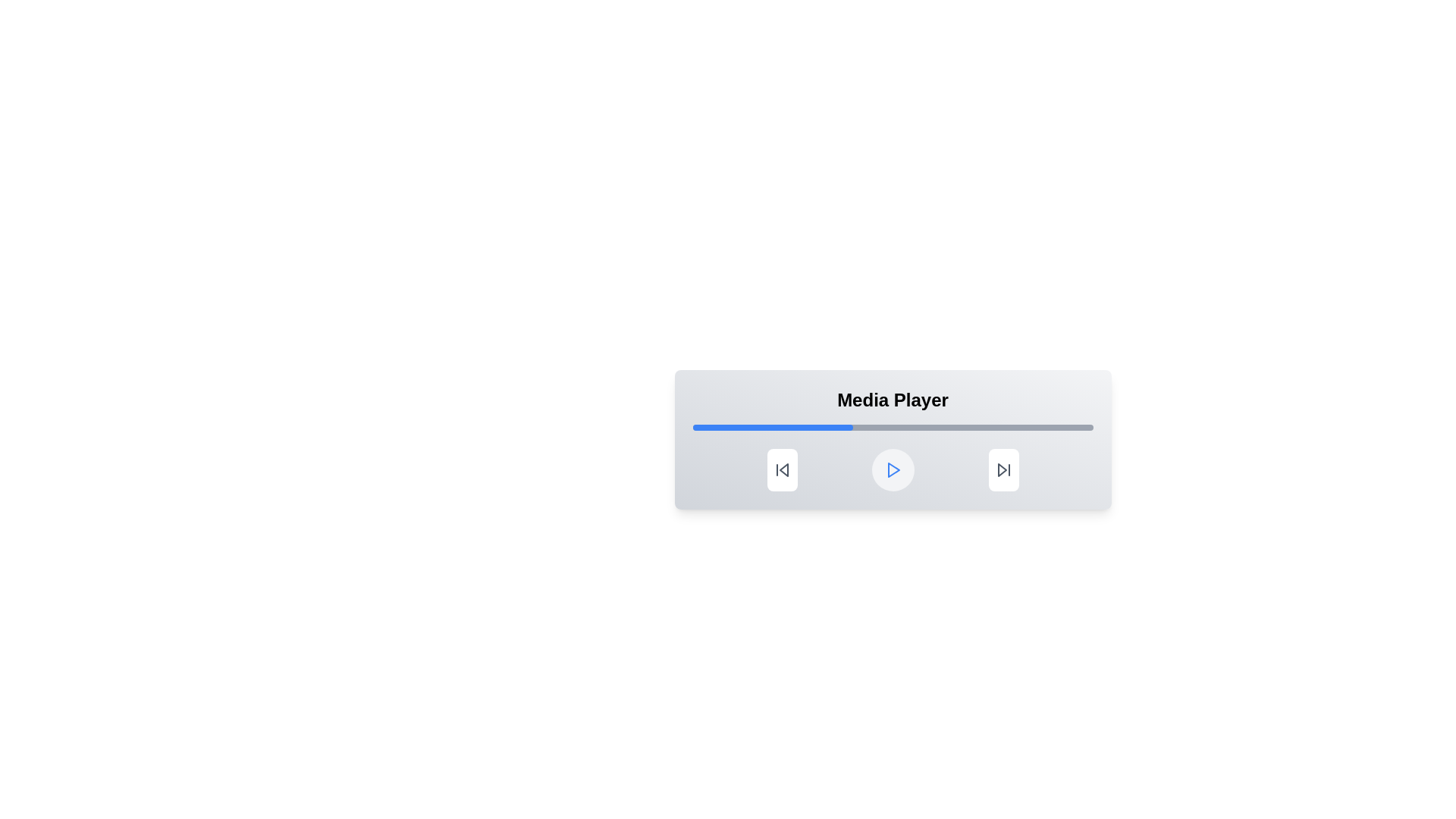 This screenshot has width=1456, height=819. I want to click on the skip forward button, which is a forward navigation icon styled as two right-pointing triangles adjacent to a vertical line, located at the bottom-center of the interface, so click(1003, 469).